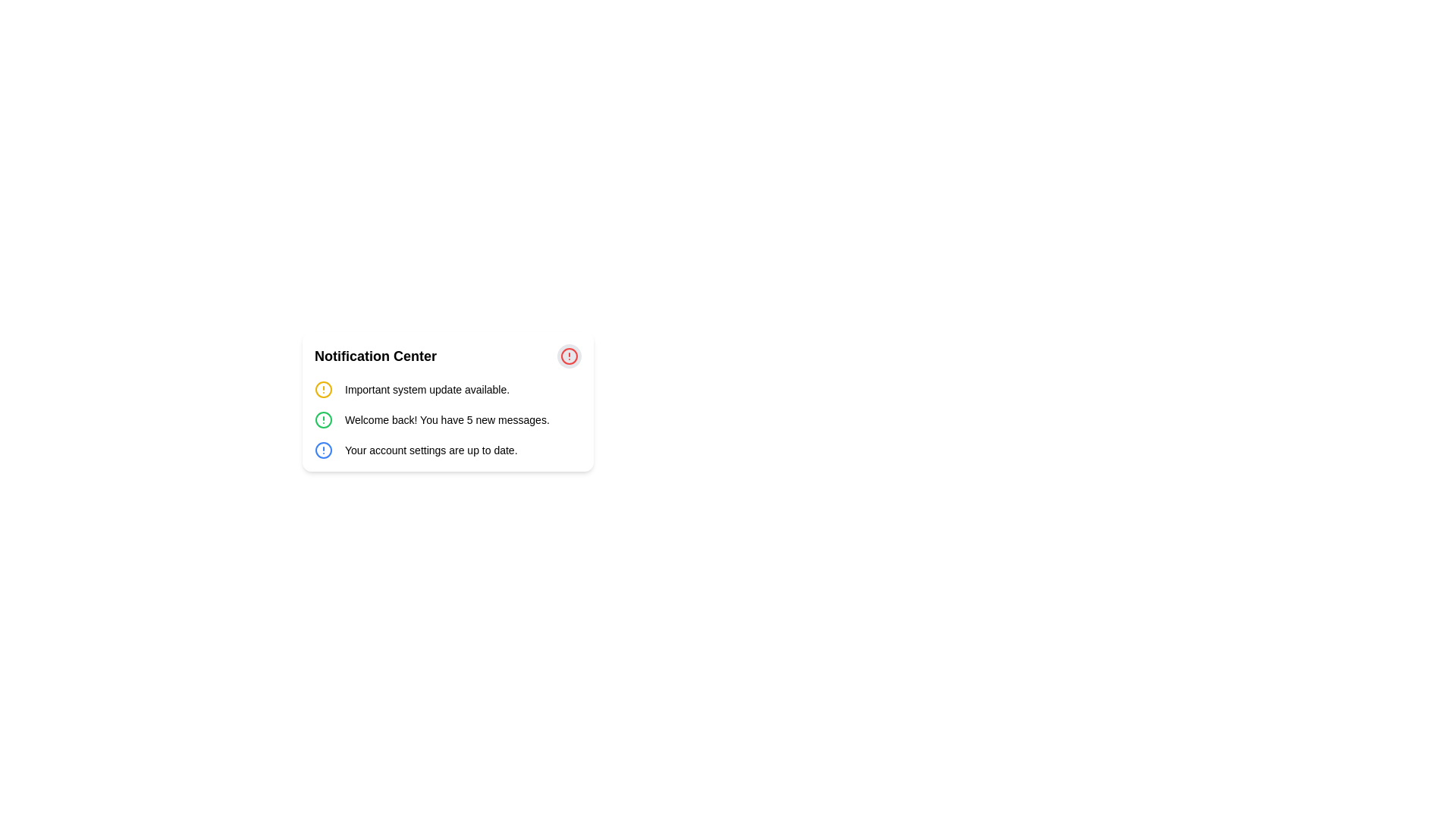  I want to click on the circular shape with a yellow boundary and white fill, which is part of the alert icon indicating 'Important system update available.', so click(323, 388).